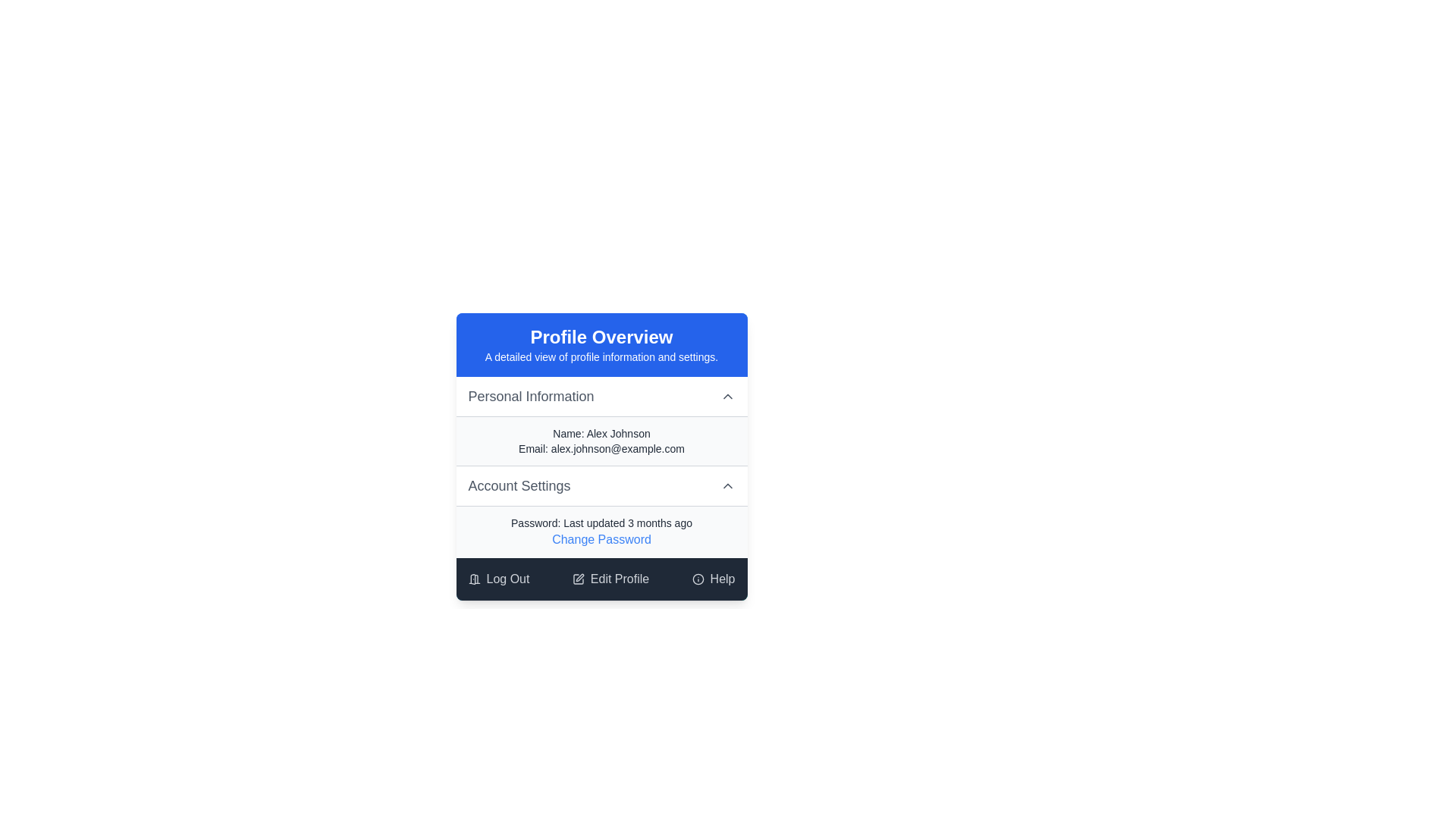 This screenshot has width=1456, height=819. What do you see at coordinates (601, 345) in the screenshot?
I see `the header element that summarizes the profile information, located at the top of the profile information card` at bounding box center [601, 345].